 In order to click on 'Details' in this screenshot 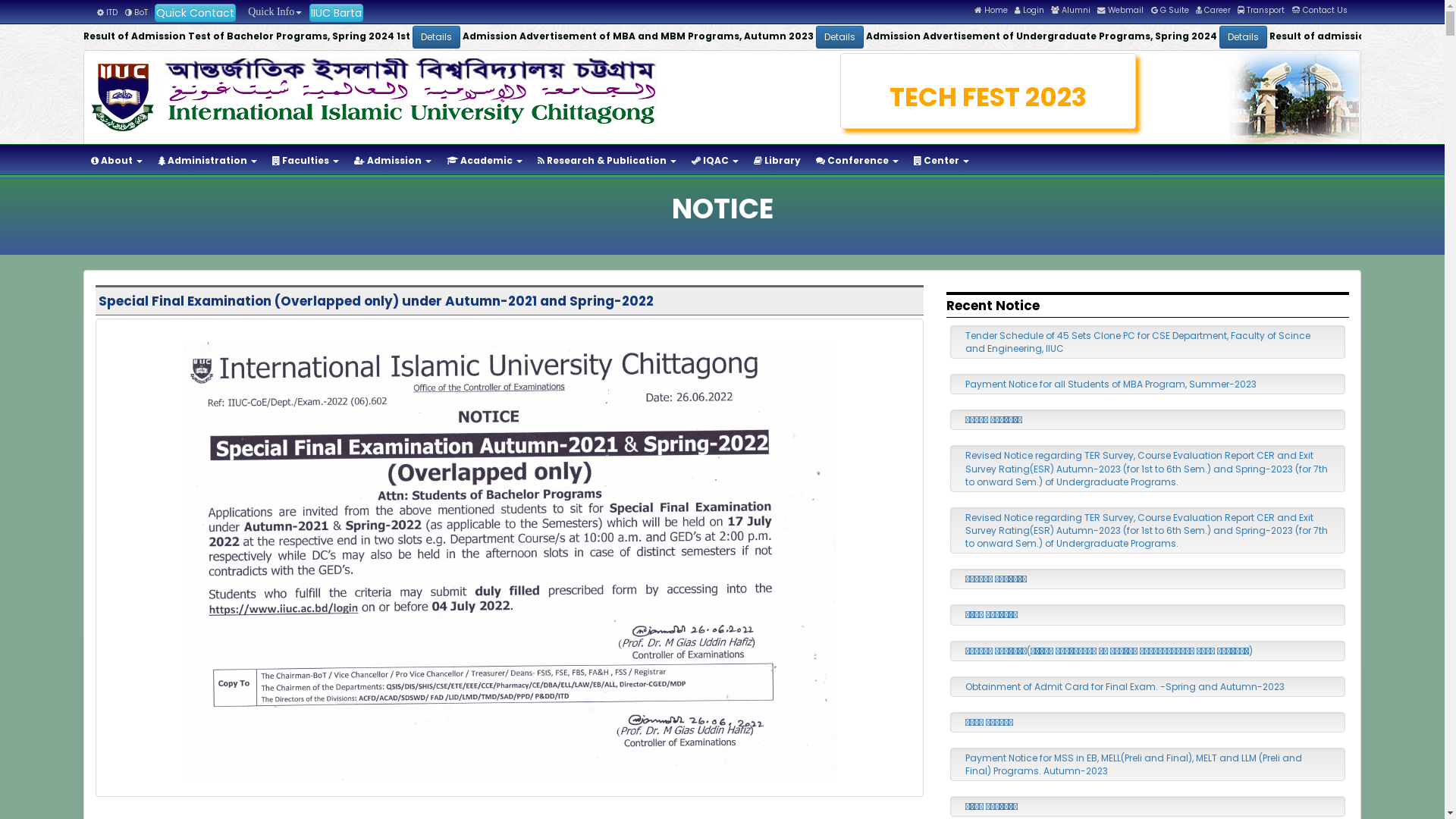, I will do `click(1102, 36)`.